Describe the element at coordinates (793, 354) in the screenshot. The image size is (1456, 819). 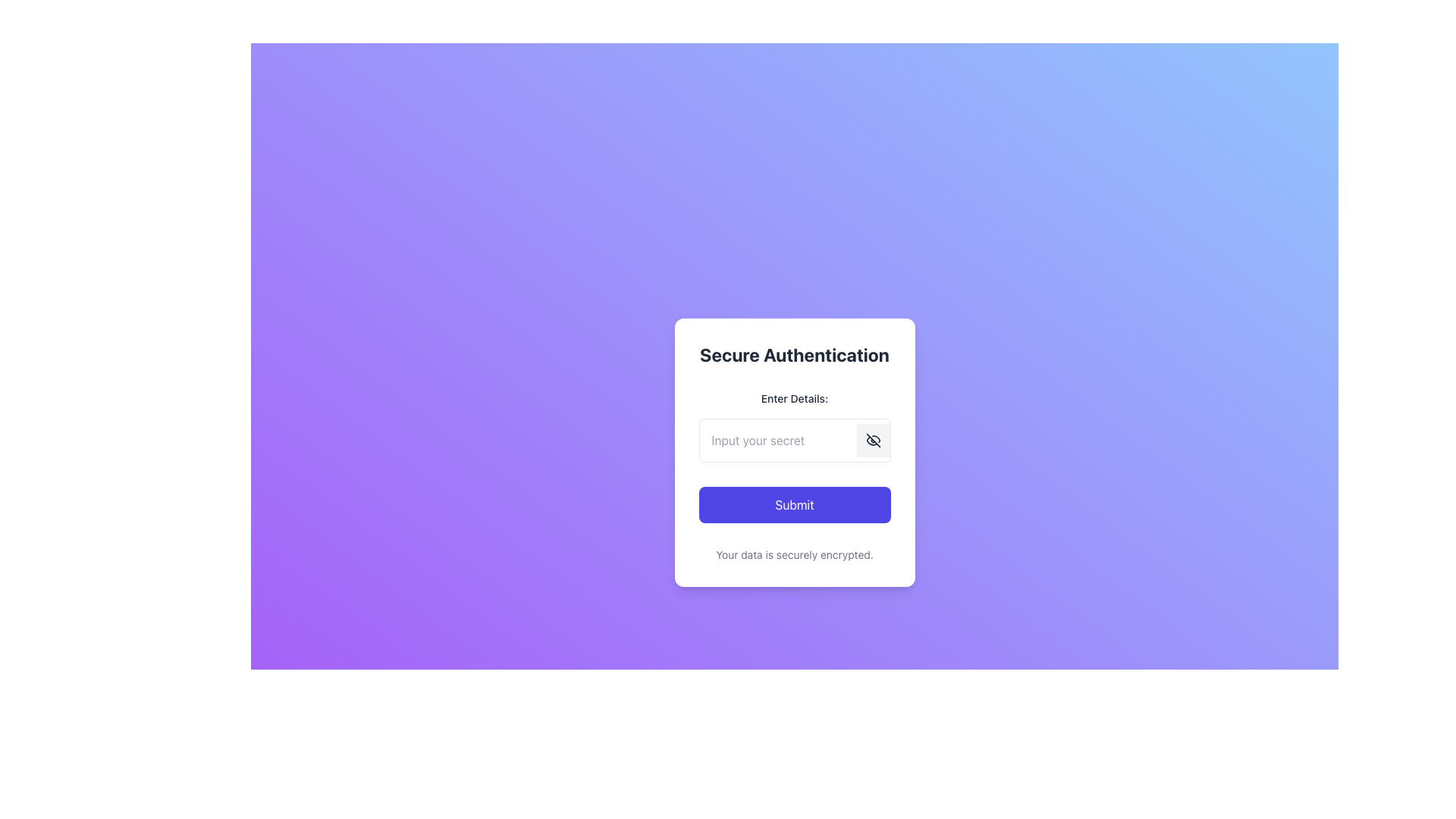
I see `the heading element that introduces the authentication process in the white modal box, positioned above the 'Enter Details:' label` at that location.